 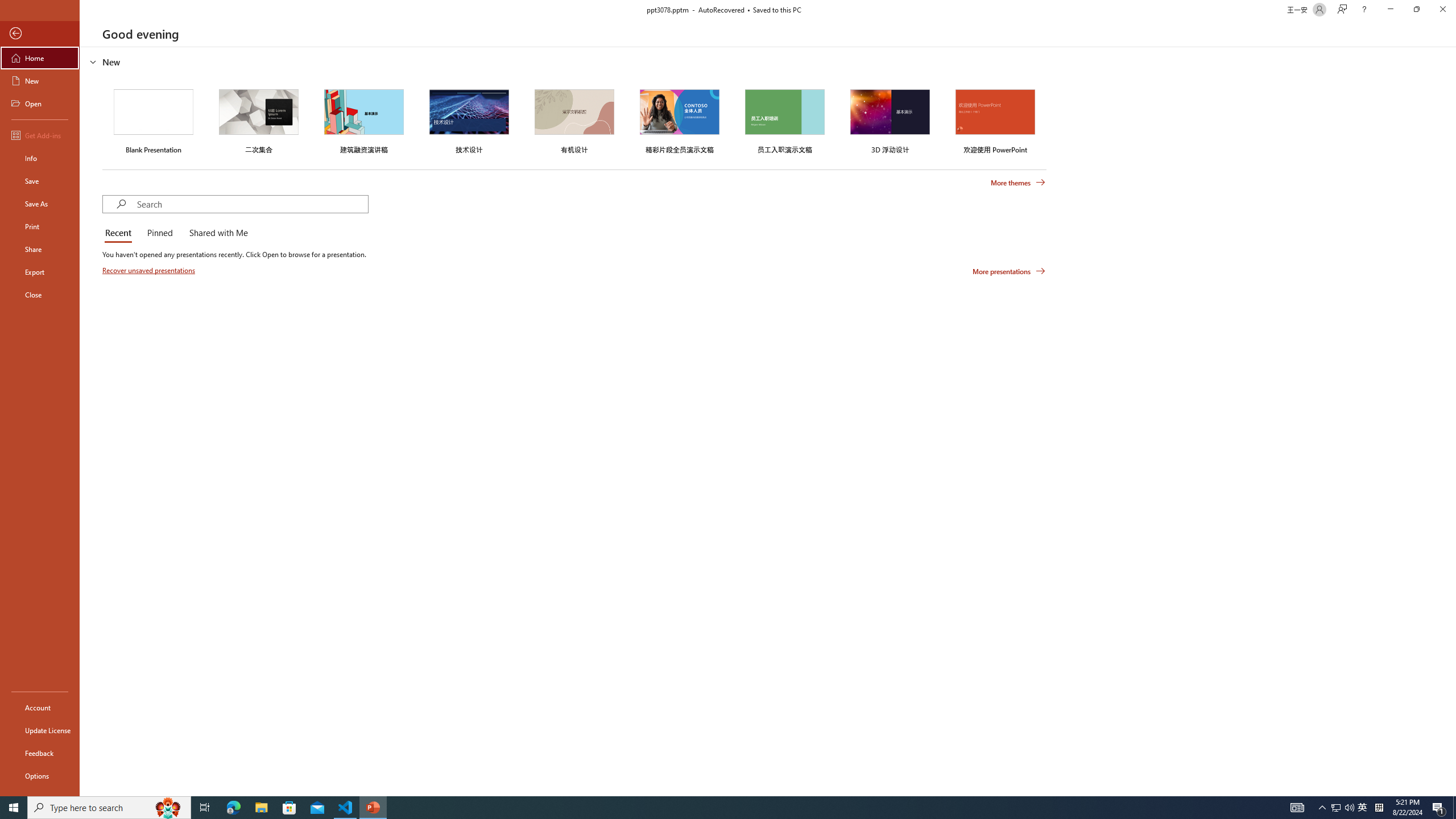 What do you see at coordinates (1008, 270) in the screenshot?
I see `'More presentations'` at bounding box center [1008, 270].